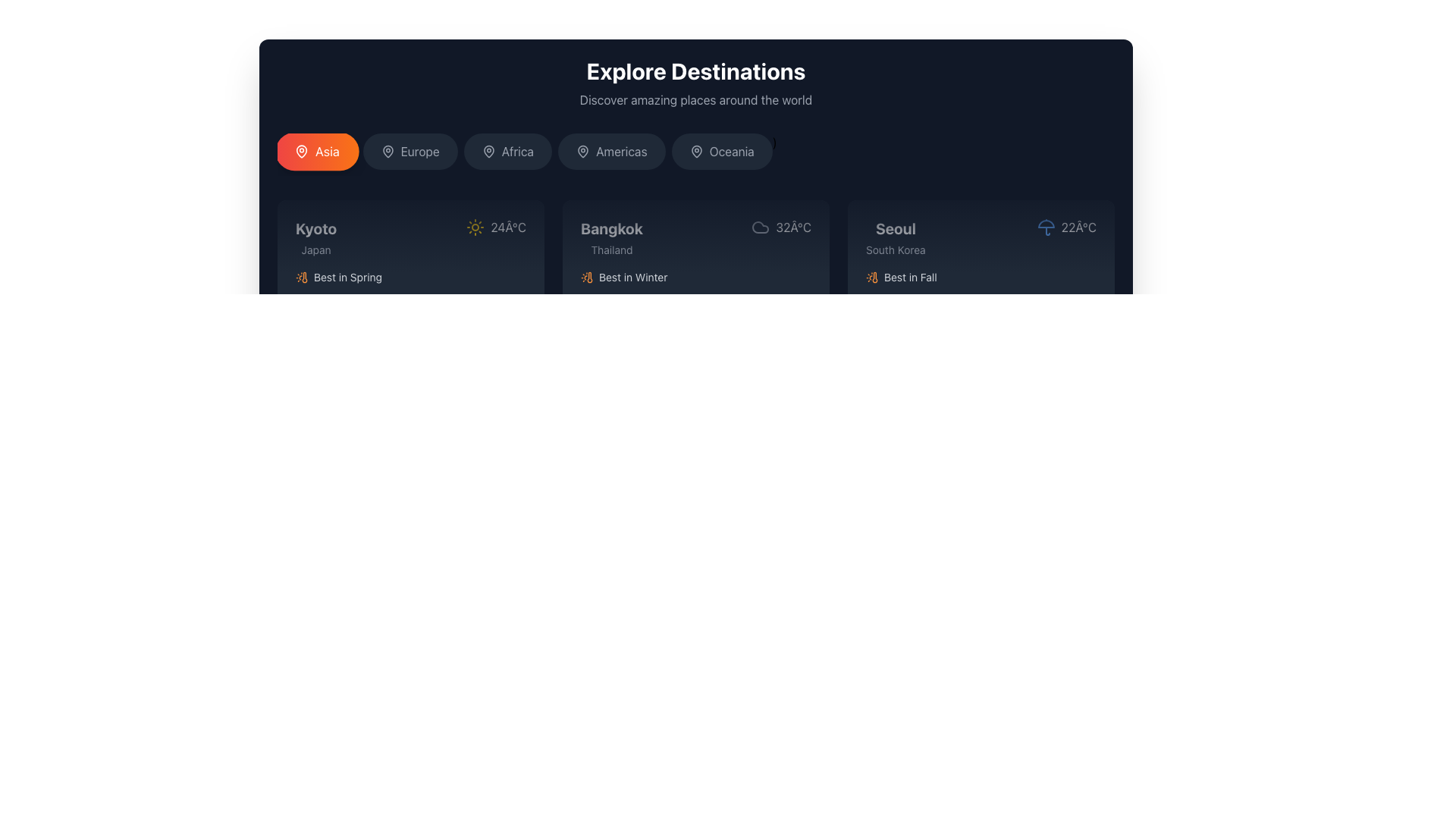  Describe the element at coordinates (302, 278) in the screenshot. I see `the 'Spring' icon located to the left of the text 'Best in Spring' under the 'Kyoto, Japan' destination card in the 'Explore Destinations' interface` at that location.